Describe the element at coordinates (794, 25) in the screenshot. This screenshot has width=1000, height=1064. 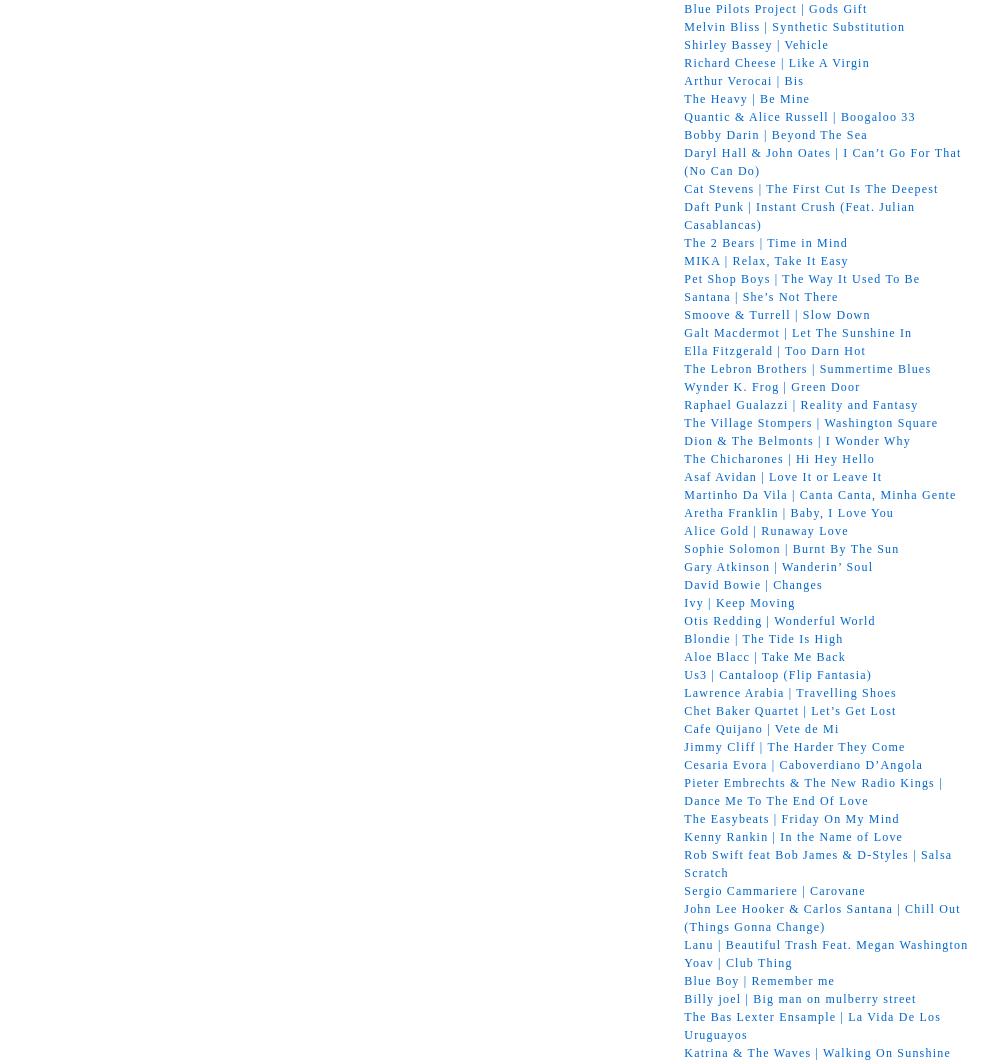
I see `'Melvin Bliss | Synthetic Substitution'` at that location.